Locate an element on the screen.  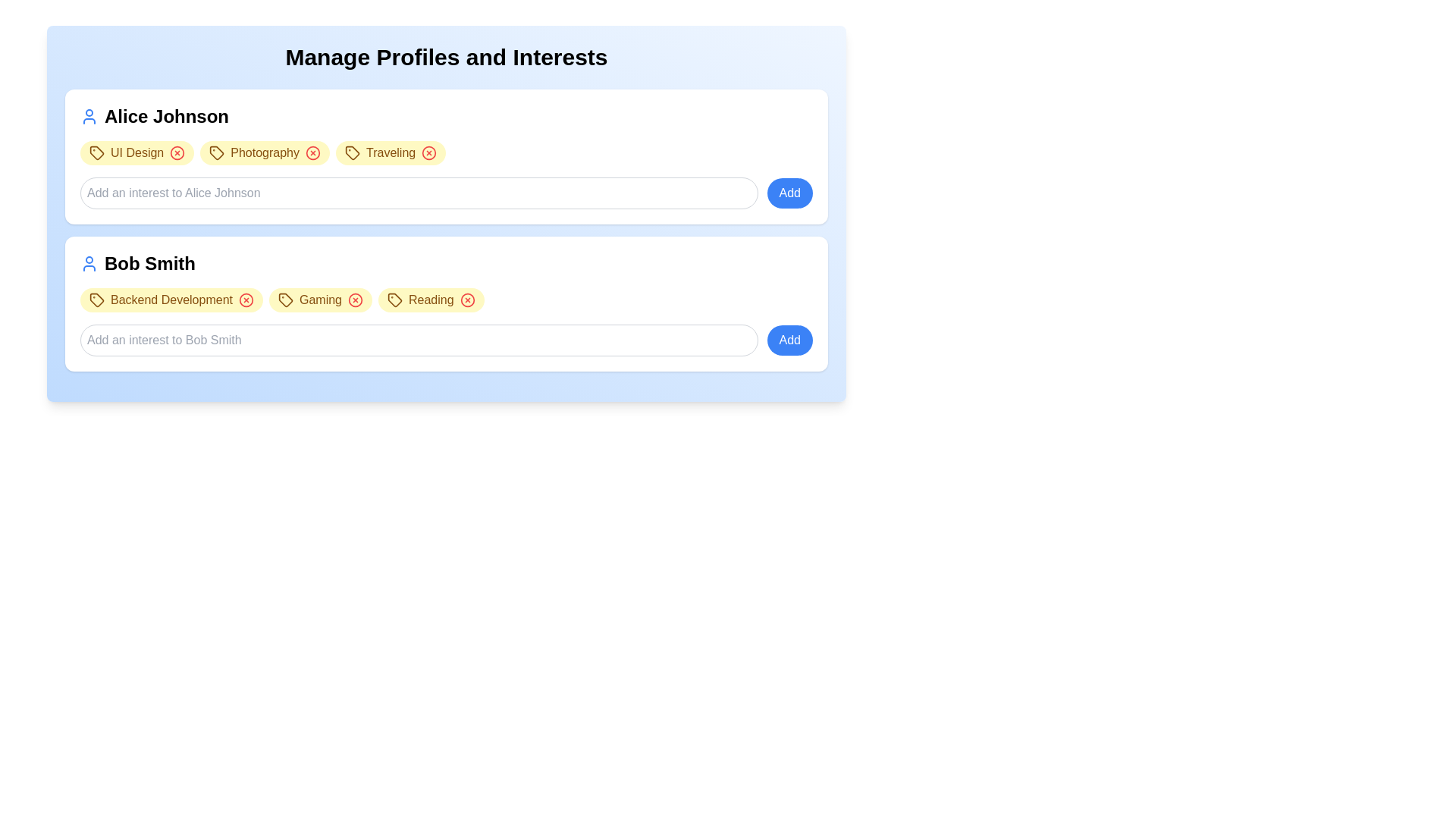
the tag icon associated with Alice Johnson's interests, located before the text 'UI Design' is located at coordinates (352, 152).